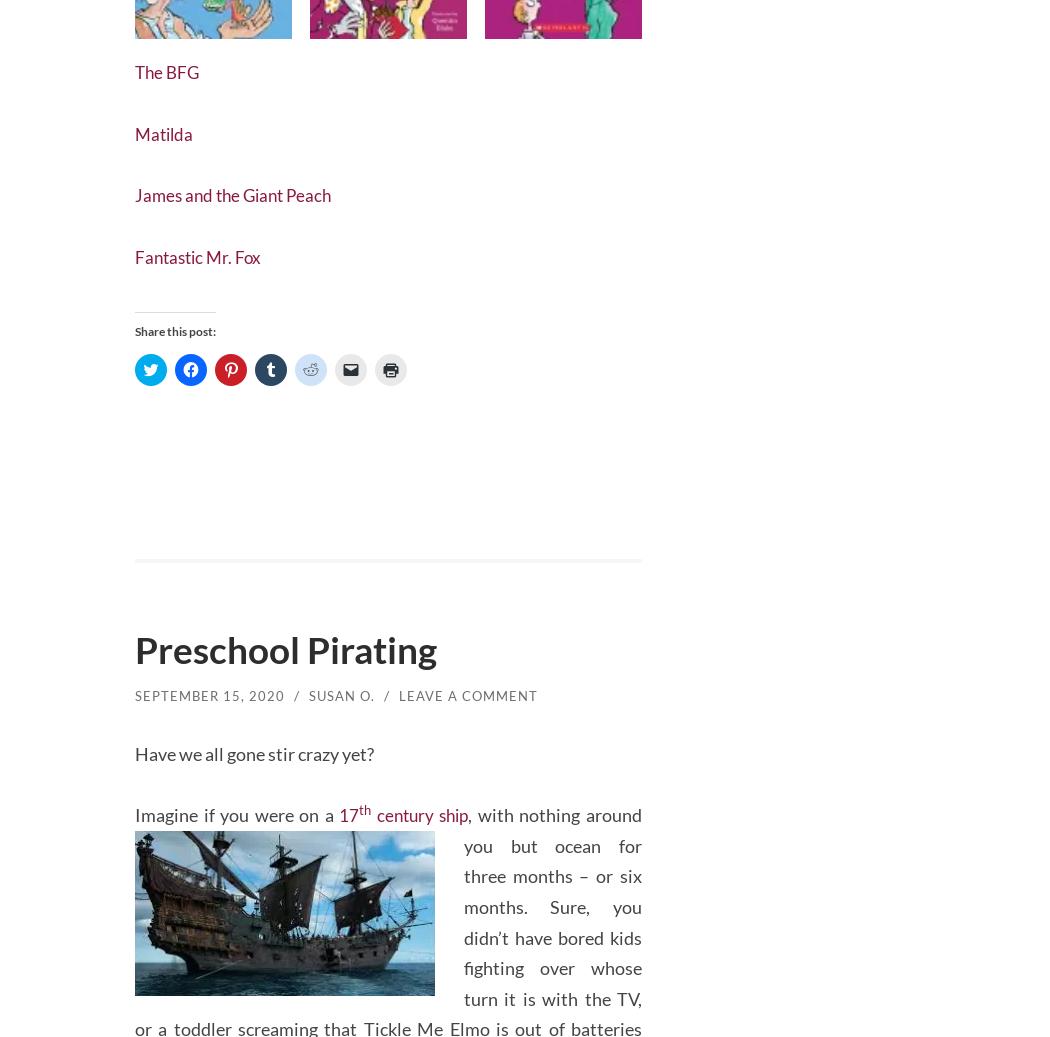  Describe the element at coordinates (254, 747) in the screenshot. I see `'Have we all gone stir crazy yet?'` at that location.